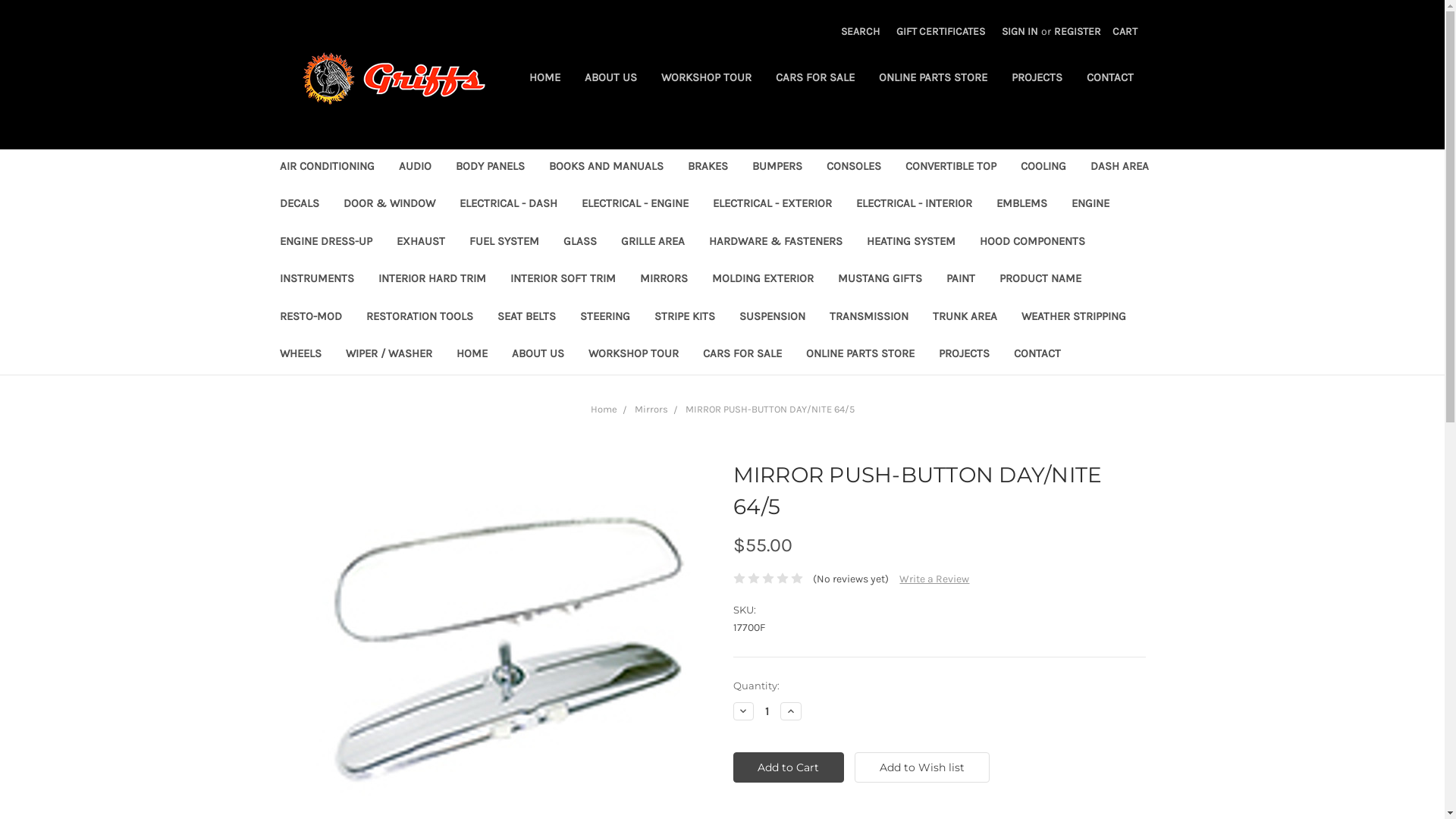 This screenshot has height=819, width=1456. I want to click on 'HOOD COMPONENTS', so click(1031, 242).